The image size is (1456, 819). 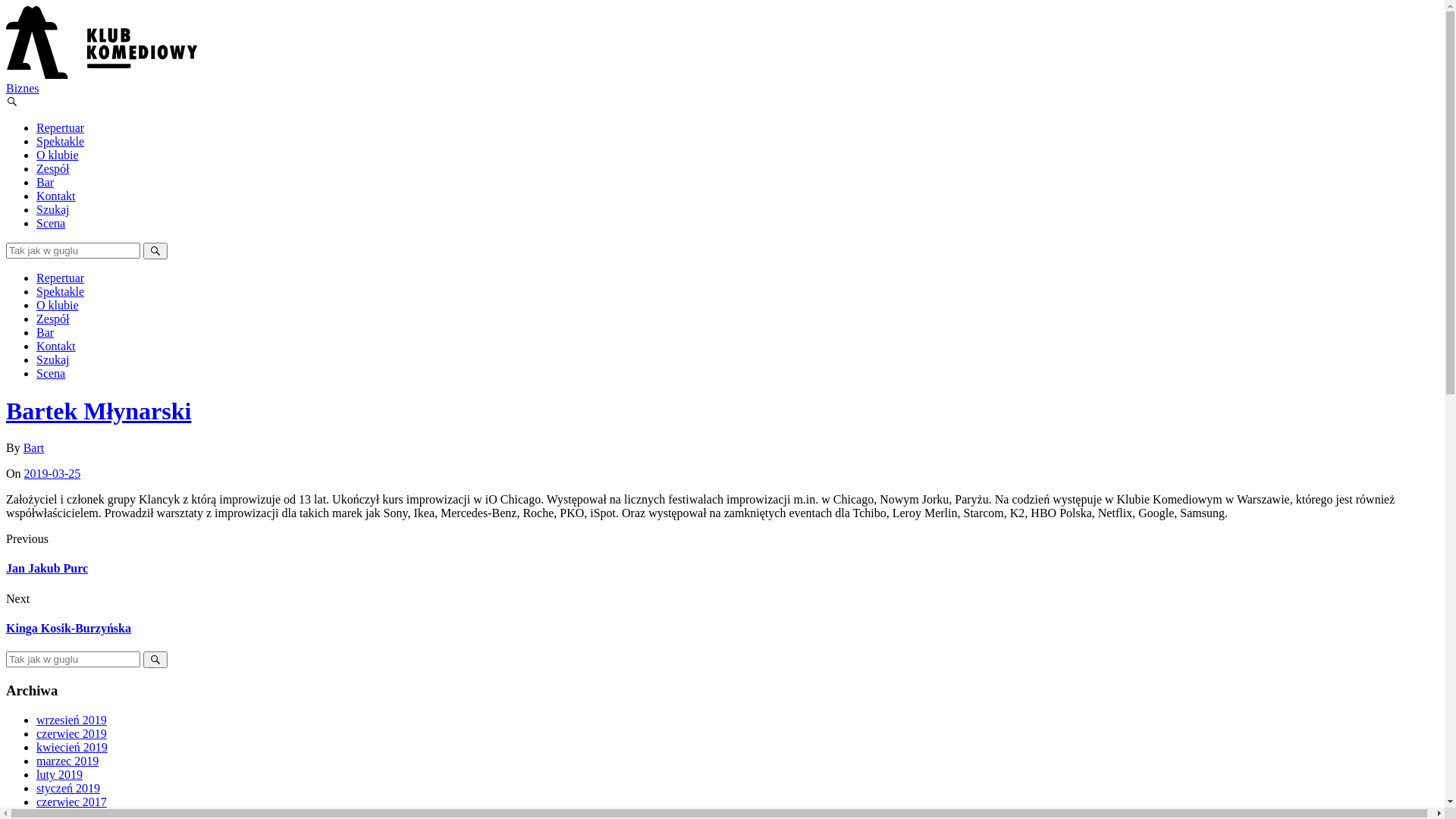 I want to click on 'Repertuar', so click(x=36, y=127).